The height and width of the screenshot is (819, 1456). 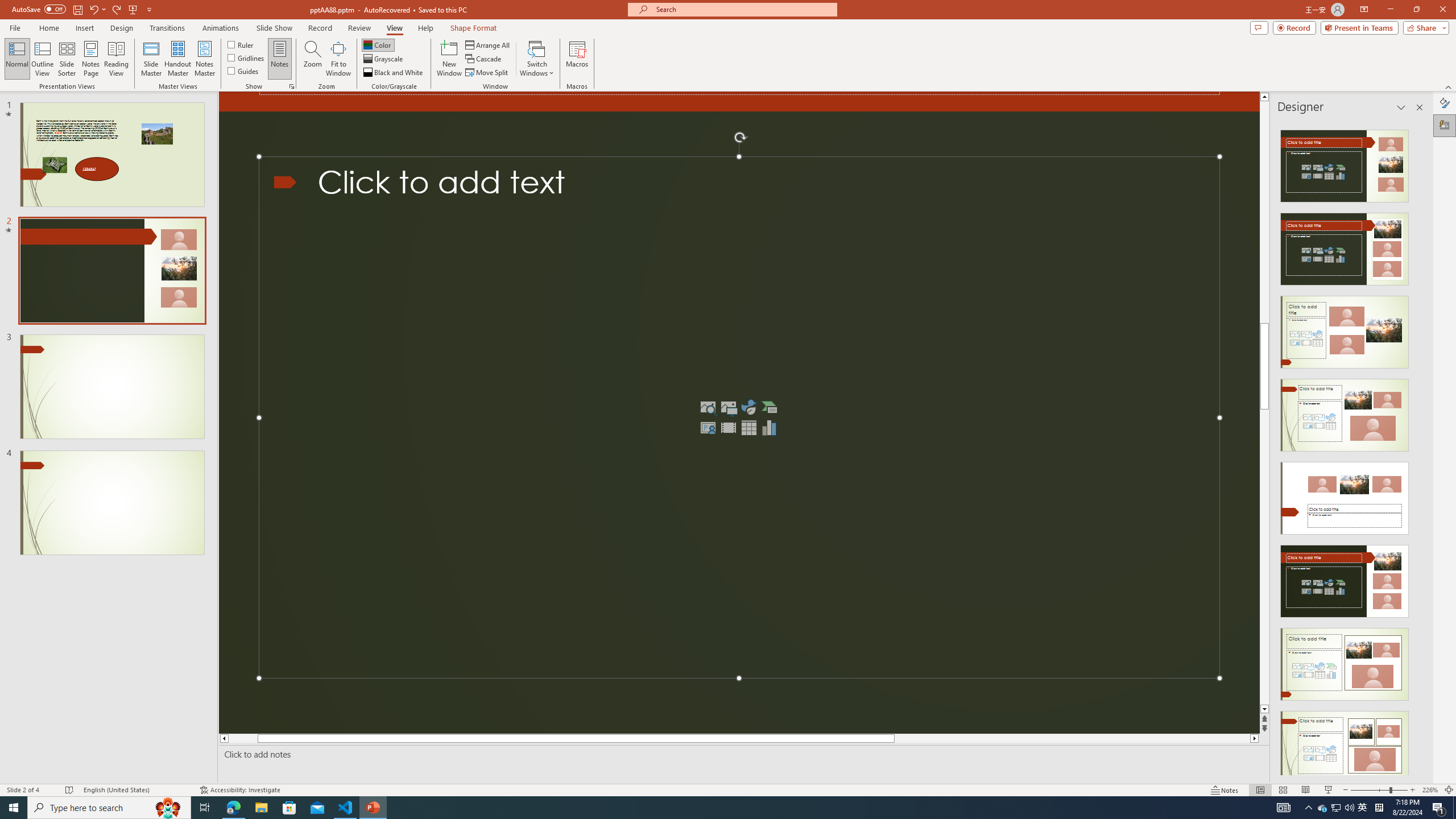 What do you see at coordinates (313, 59) in the screenshot?
I see `'Zoom...'` at bounding box center [313, 59].